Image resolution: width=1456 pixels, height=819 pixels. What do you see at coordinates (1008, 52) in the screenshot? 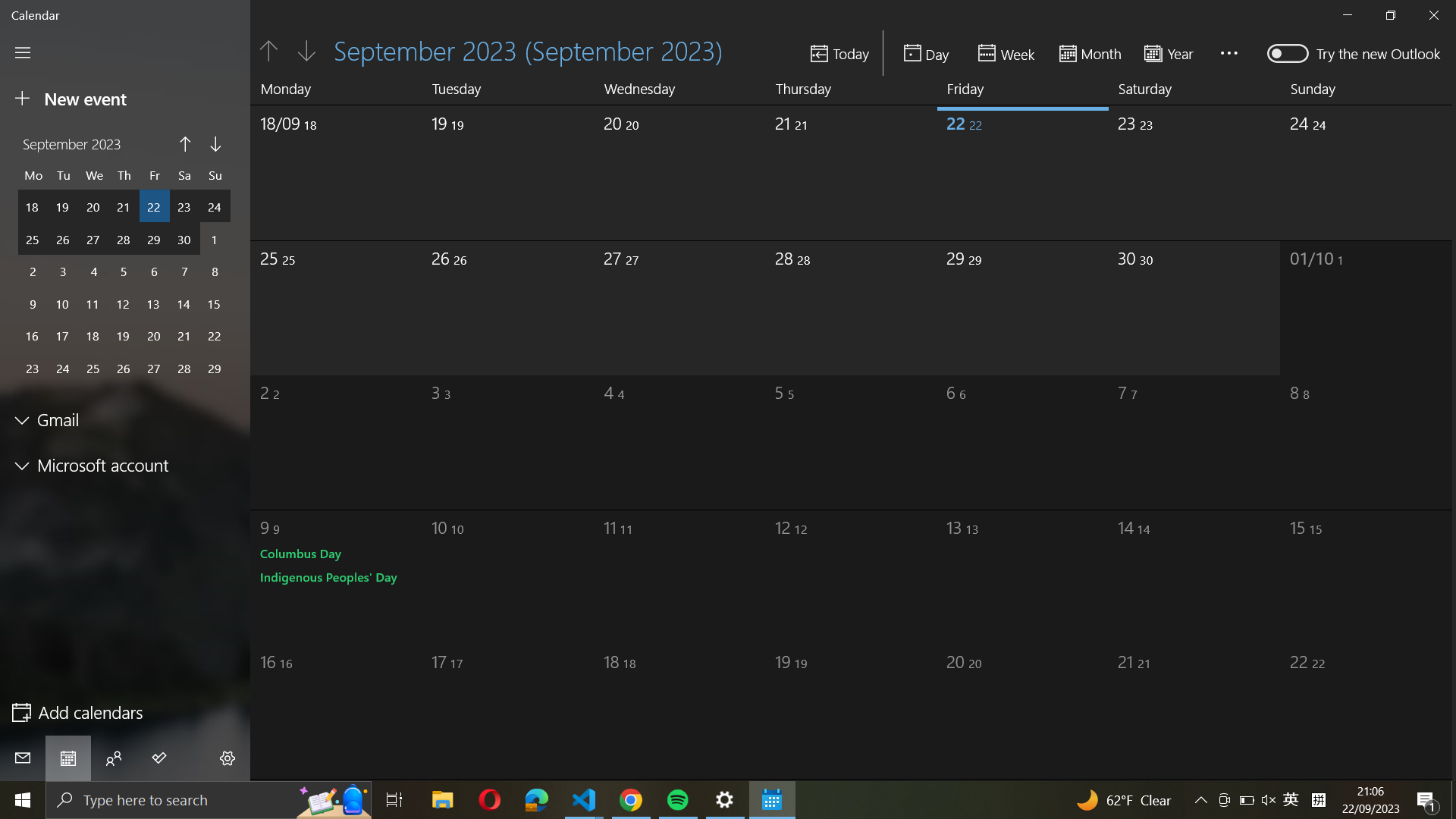
I see `Transform calendar plan to "Week` at bounding box center [1008, 52].